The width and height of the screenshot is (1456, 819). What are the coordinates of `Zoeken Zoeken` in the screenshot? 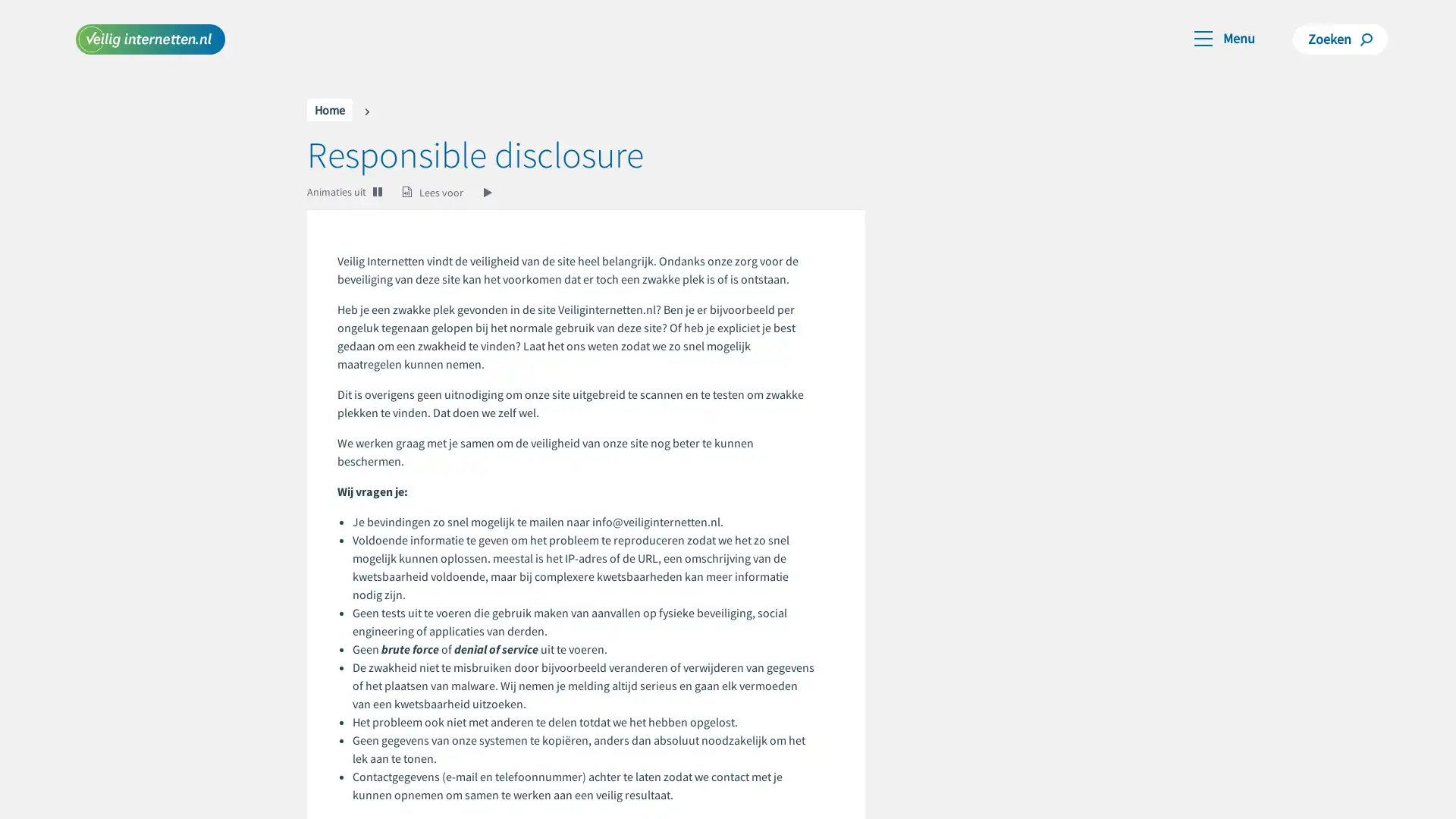 It's located at (1340, 38).